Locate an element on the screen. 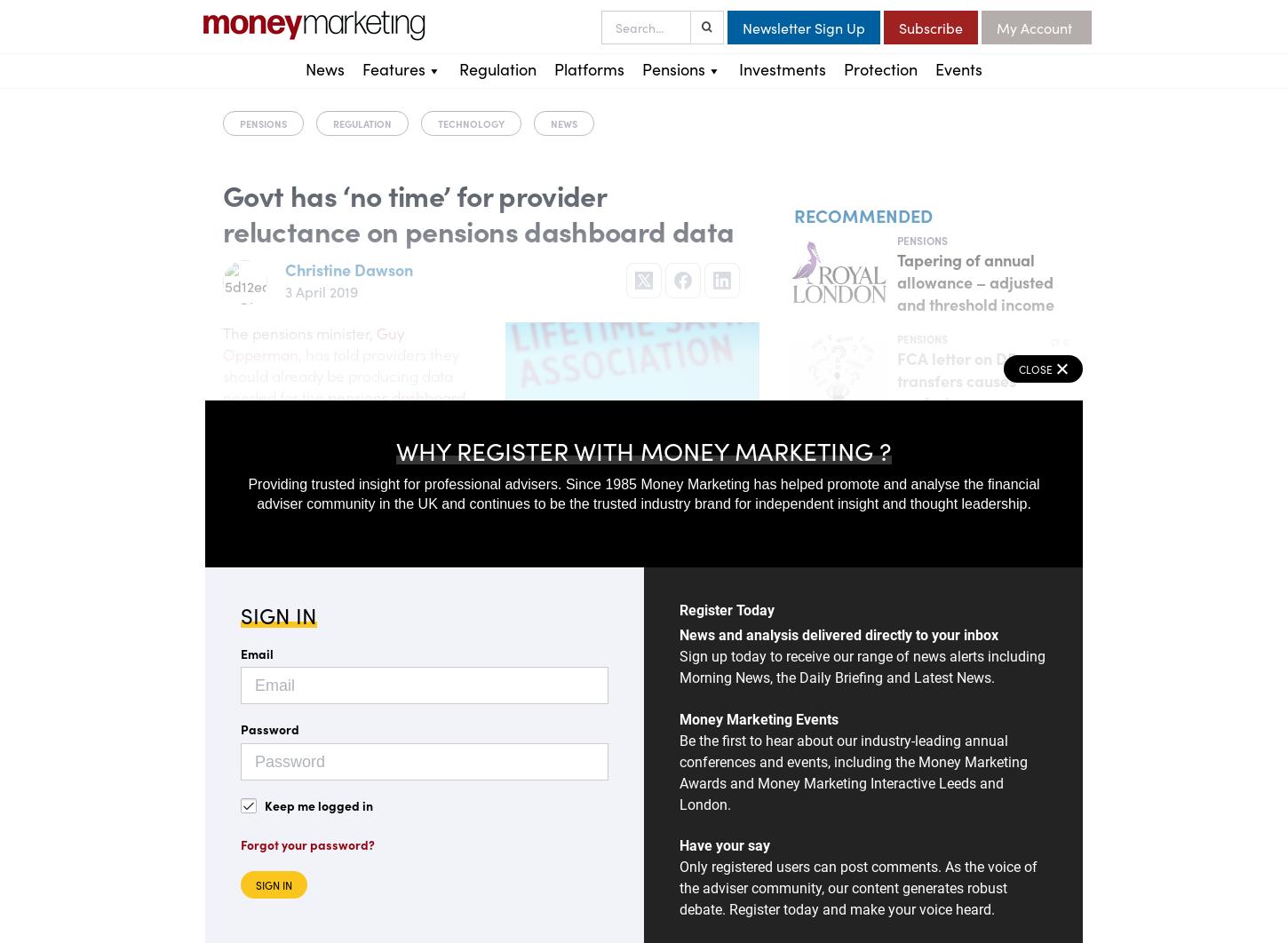 Image resolution: width=1288 pixels, height=943 pixels. 'Features' is located at coordinates (393, 68).